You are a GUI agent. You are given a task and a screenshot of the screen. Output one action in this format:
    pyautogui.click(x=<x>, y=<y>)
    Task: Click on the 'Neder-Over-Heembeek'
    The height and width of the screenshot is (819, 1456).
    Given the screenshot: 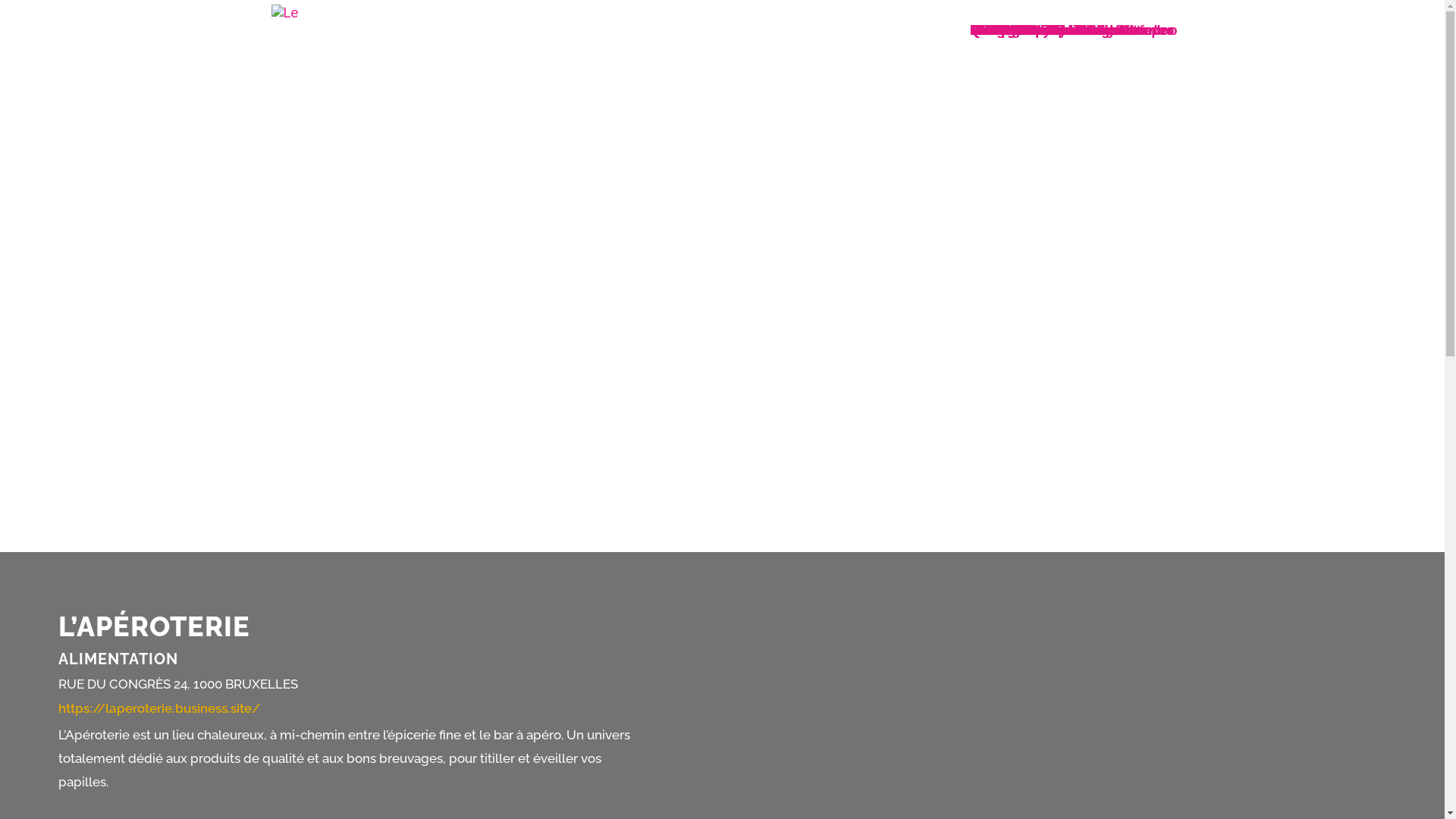 What is the action you would take?
    pyautogui.click(x=1043, y=30)
    